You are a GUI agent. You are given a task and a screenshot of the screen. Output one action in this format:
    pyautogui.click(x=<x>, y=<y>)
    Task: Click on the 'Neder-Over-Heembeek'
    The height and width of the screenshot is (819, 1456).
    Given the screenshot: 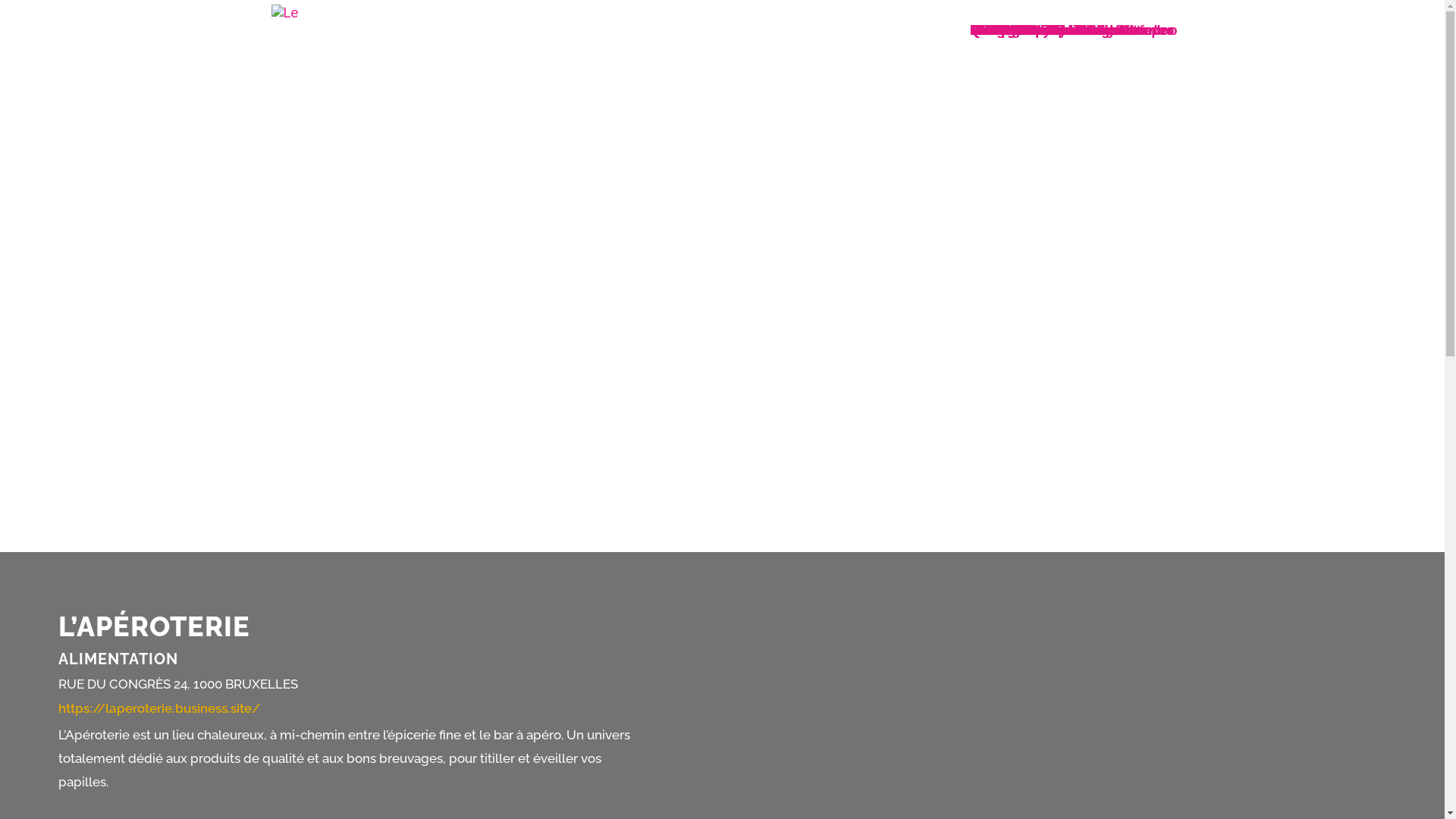 What is the action you would take?
    pyautogui.click(x=1043, y=30)
    